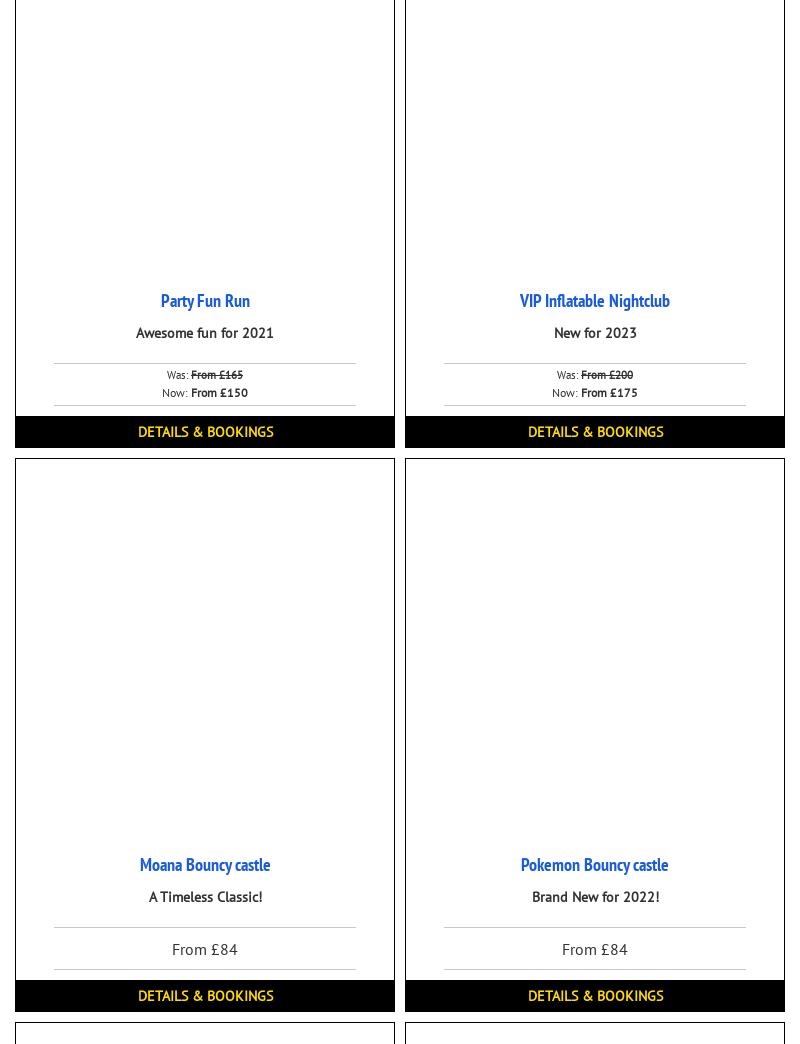  What do you see at coordinates (204, 864) in the screenshot?
I see `'Moana Bouncy castle'` at bounding box center [204, 864].